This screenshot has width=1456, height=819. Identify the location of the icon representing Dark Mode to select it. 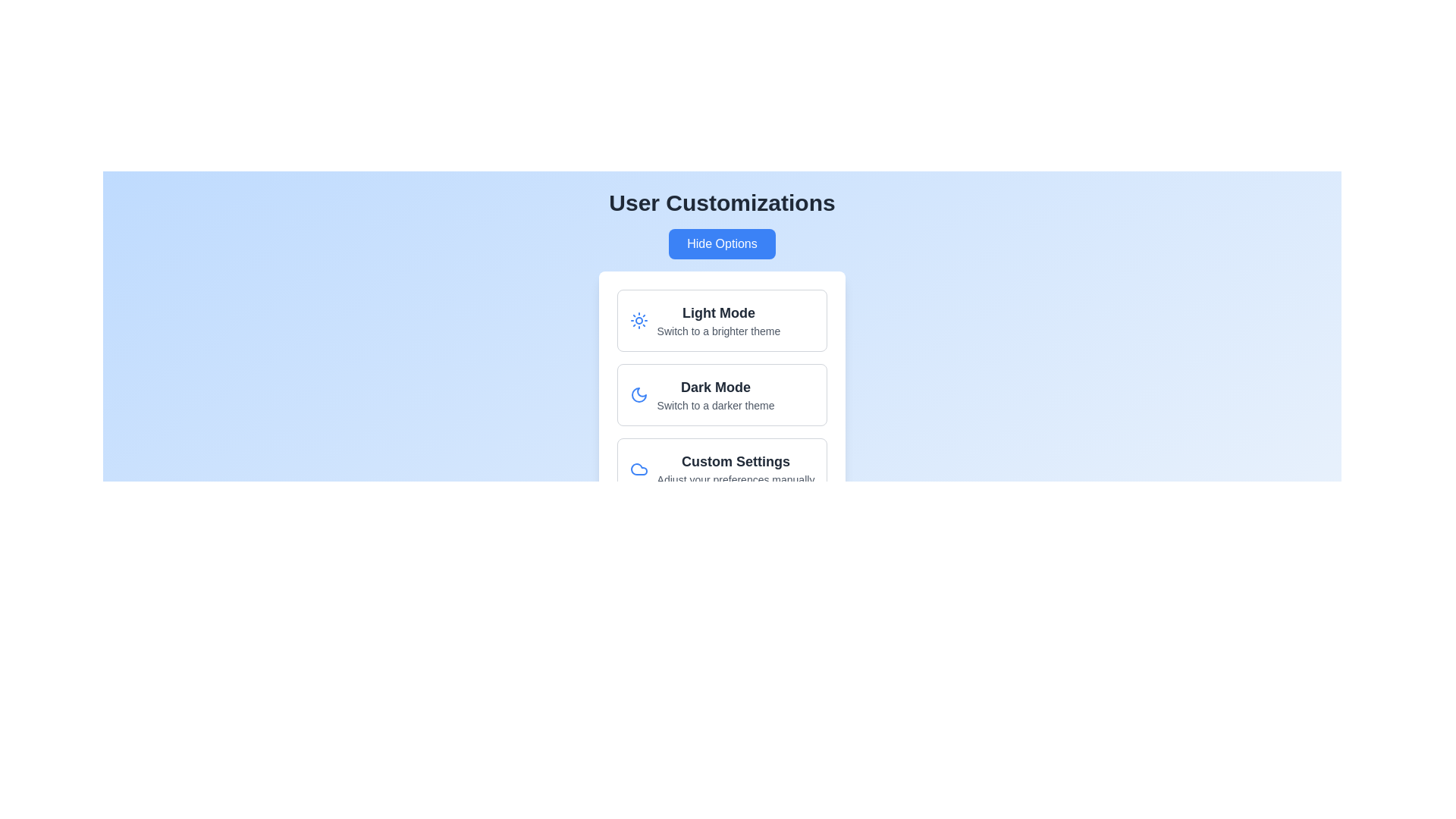
(638, 394).